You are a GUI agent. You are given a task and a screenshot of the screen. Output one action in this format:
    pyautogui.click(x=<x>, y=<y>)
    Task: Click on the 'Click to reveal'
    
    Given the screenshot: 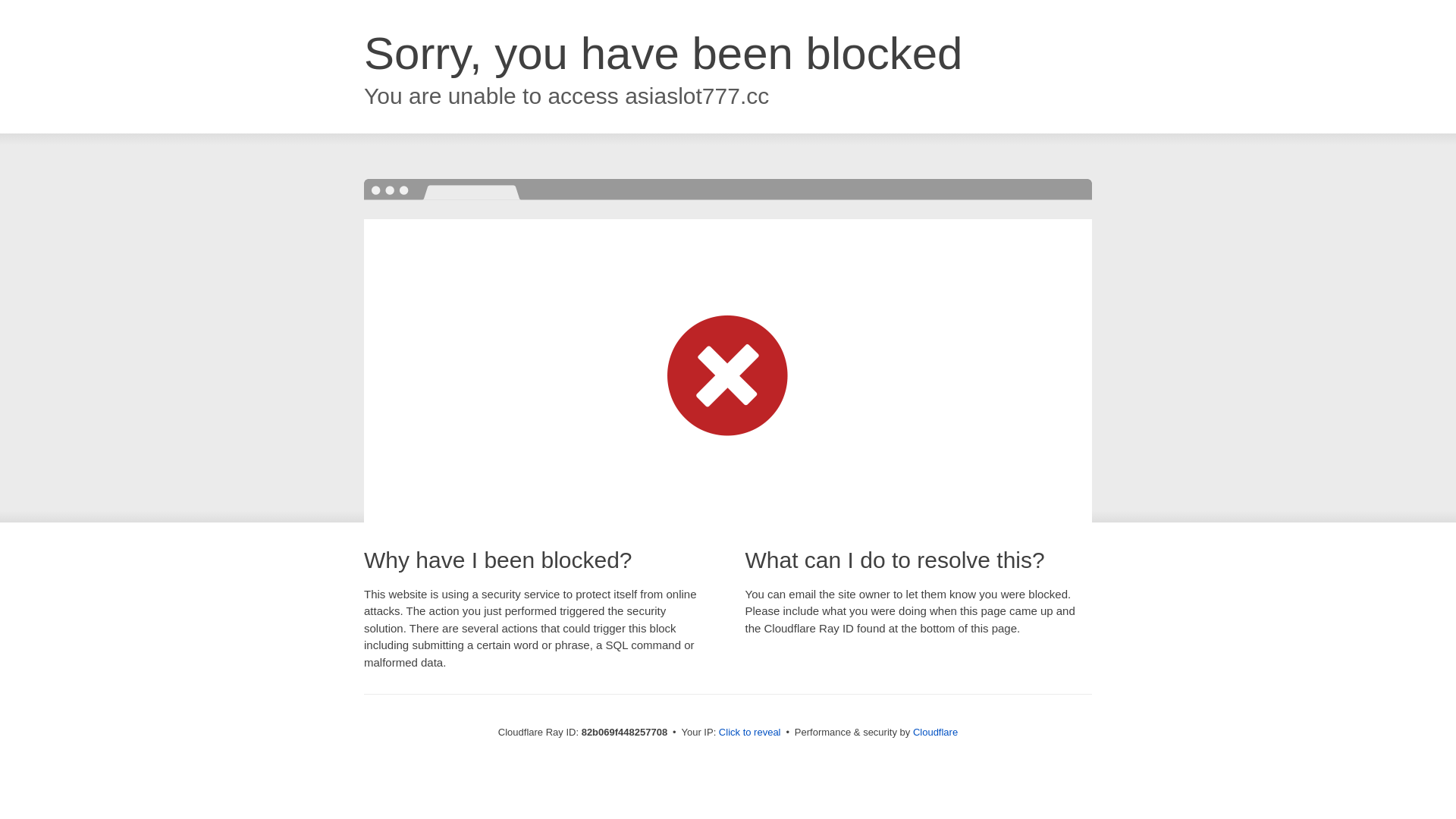 What is the action you would take?
    pyautogui.click(x=718, y=731)
    